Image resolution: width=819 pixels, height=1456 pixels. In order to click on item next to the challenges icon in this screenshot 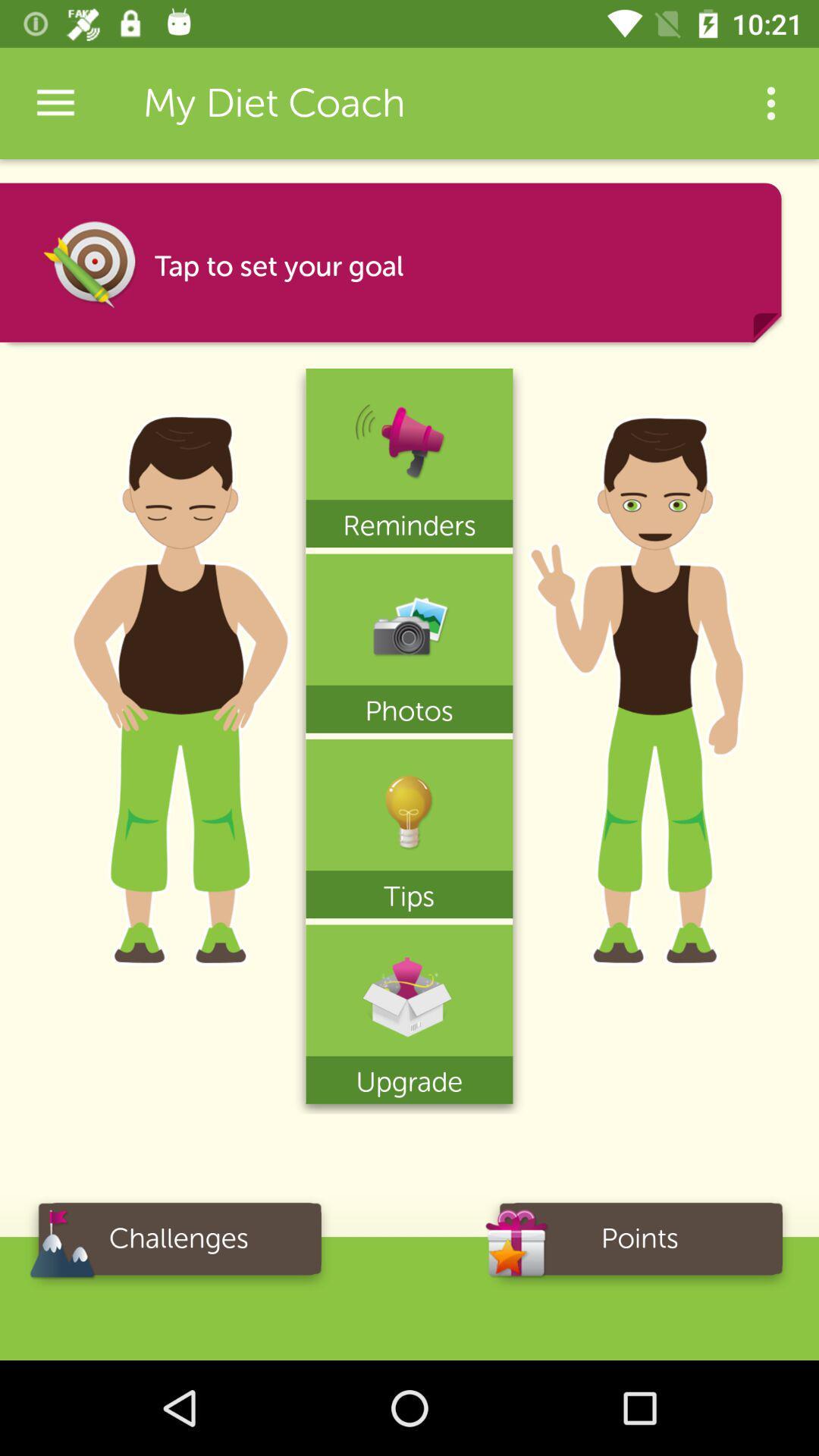, I will do `click(640, 1244)`.